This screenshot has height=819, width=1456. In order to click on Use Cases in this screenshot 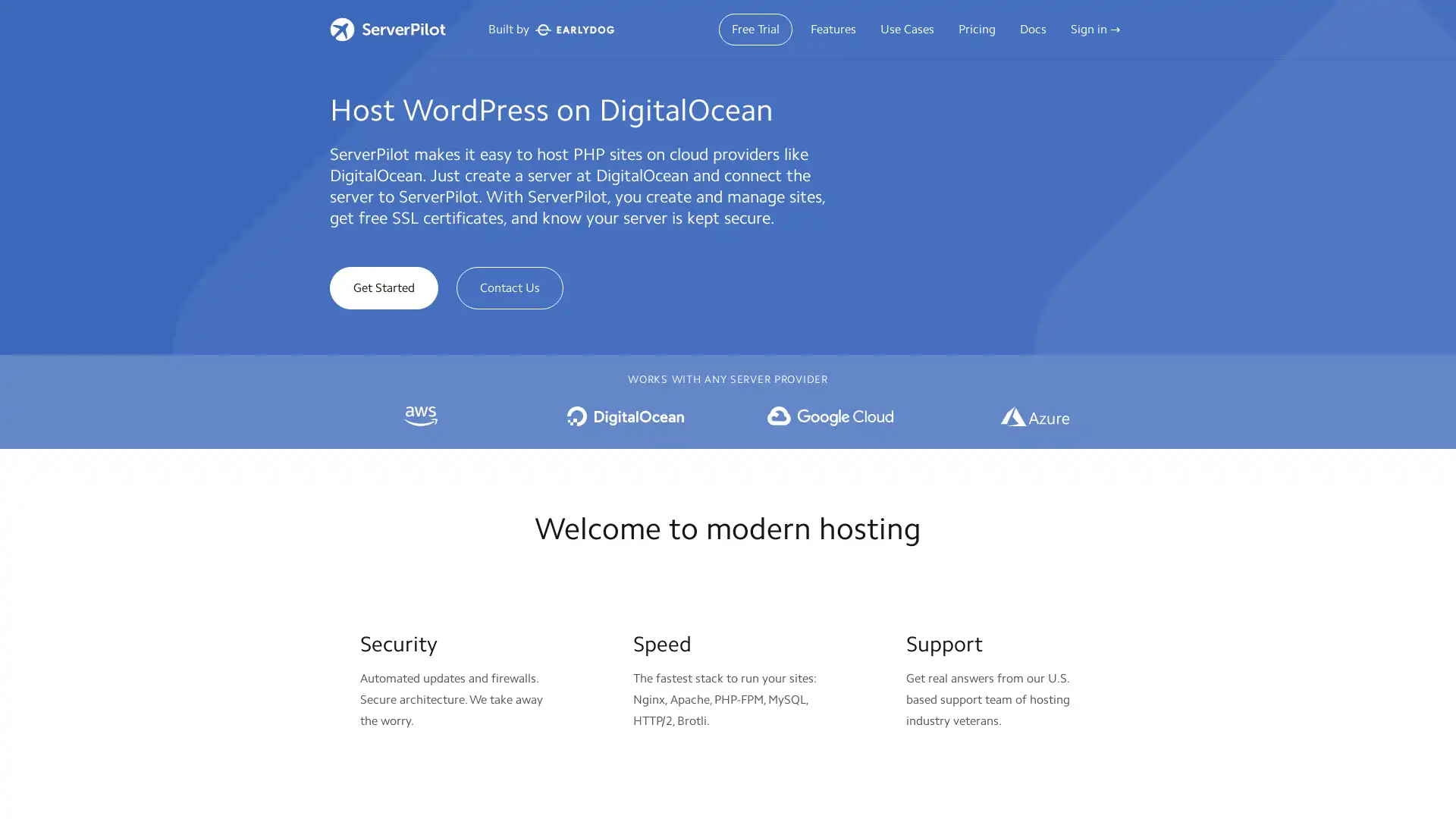, I will do `click(907, 29)`.